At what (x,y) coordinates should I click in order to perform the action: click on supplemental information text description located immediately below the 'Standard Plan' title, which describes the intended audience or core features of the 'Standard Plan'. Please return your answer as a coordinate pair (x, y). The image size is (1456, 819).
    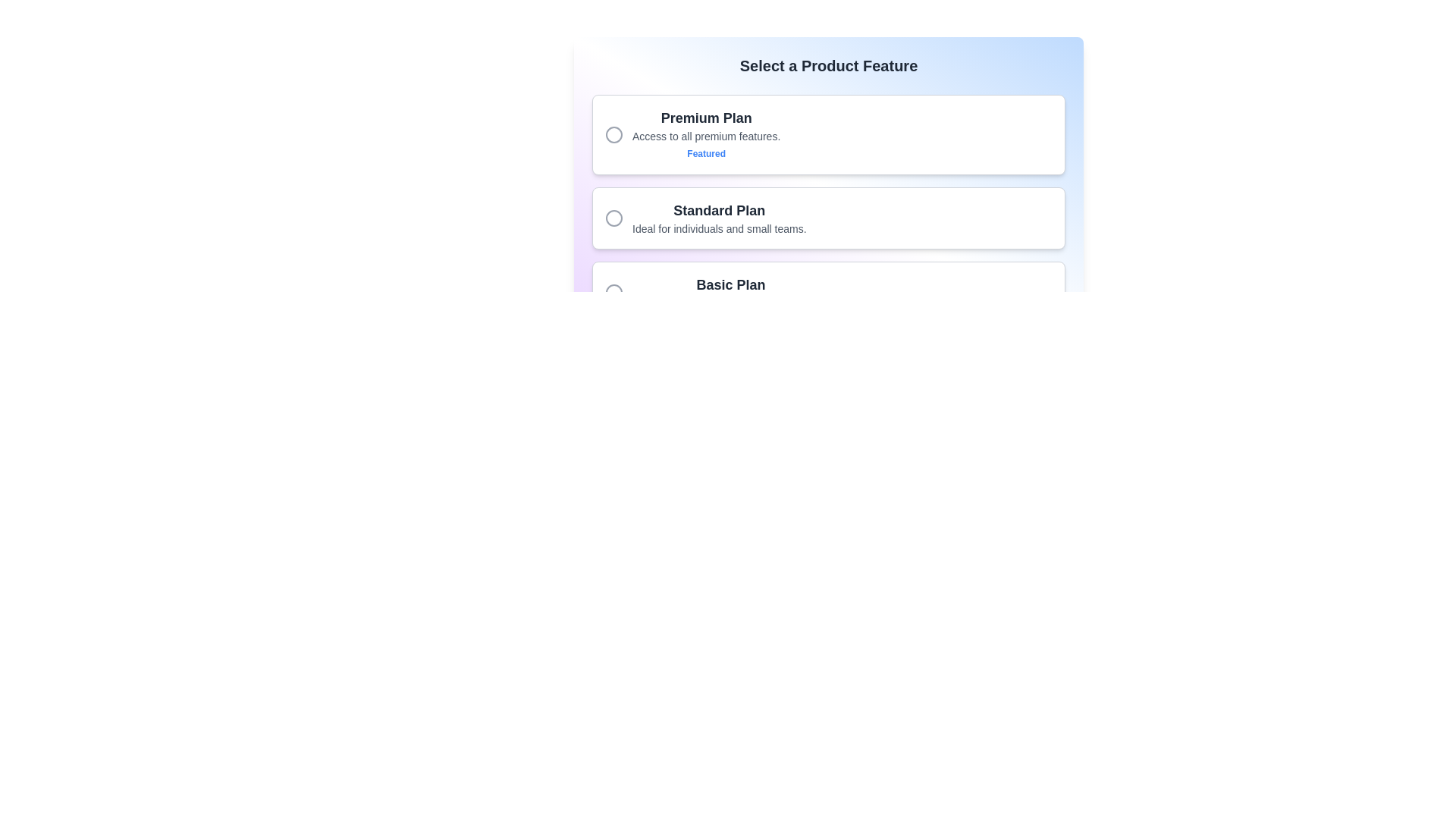
    Looking at the image, I should click on (718, 228).